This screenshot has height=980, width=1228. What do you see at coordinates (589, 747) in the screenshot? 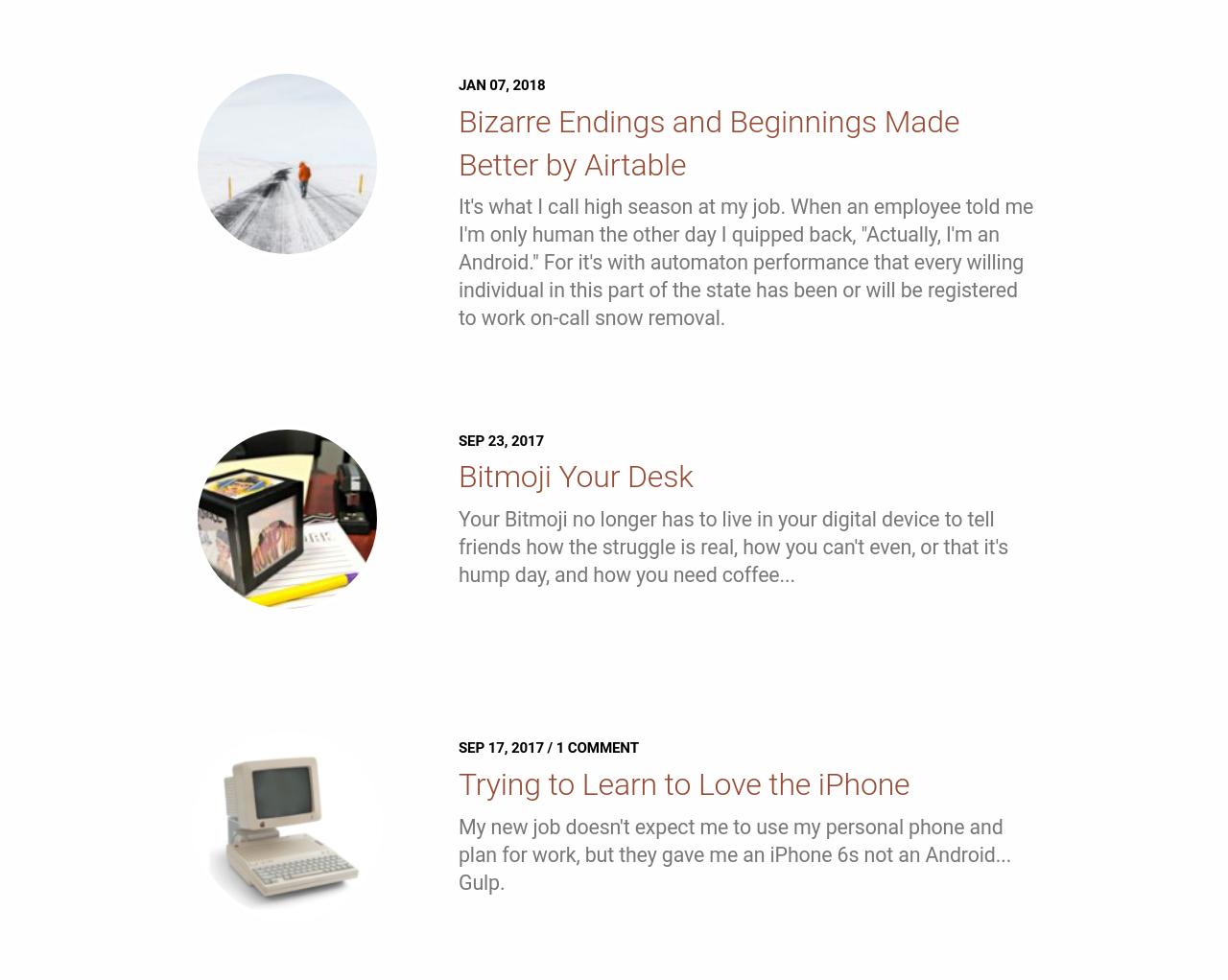
I see `'/ 1 comment'` at bounding box center [589, 747].